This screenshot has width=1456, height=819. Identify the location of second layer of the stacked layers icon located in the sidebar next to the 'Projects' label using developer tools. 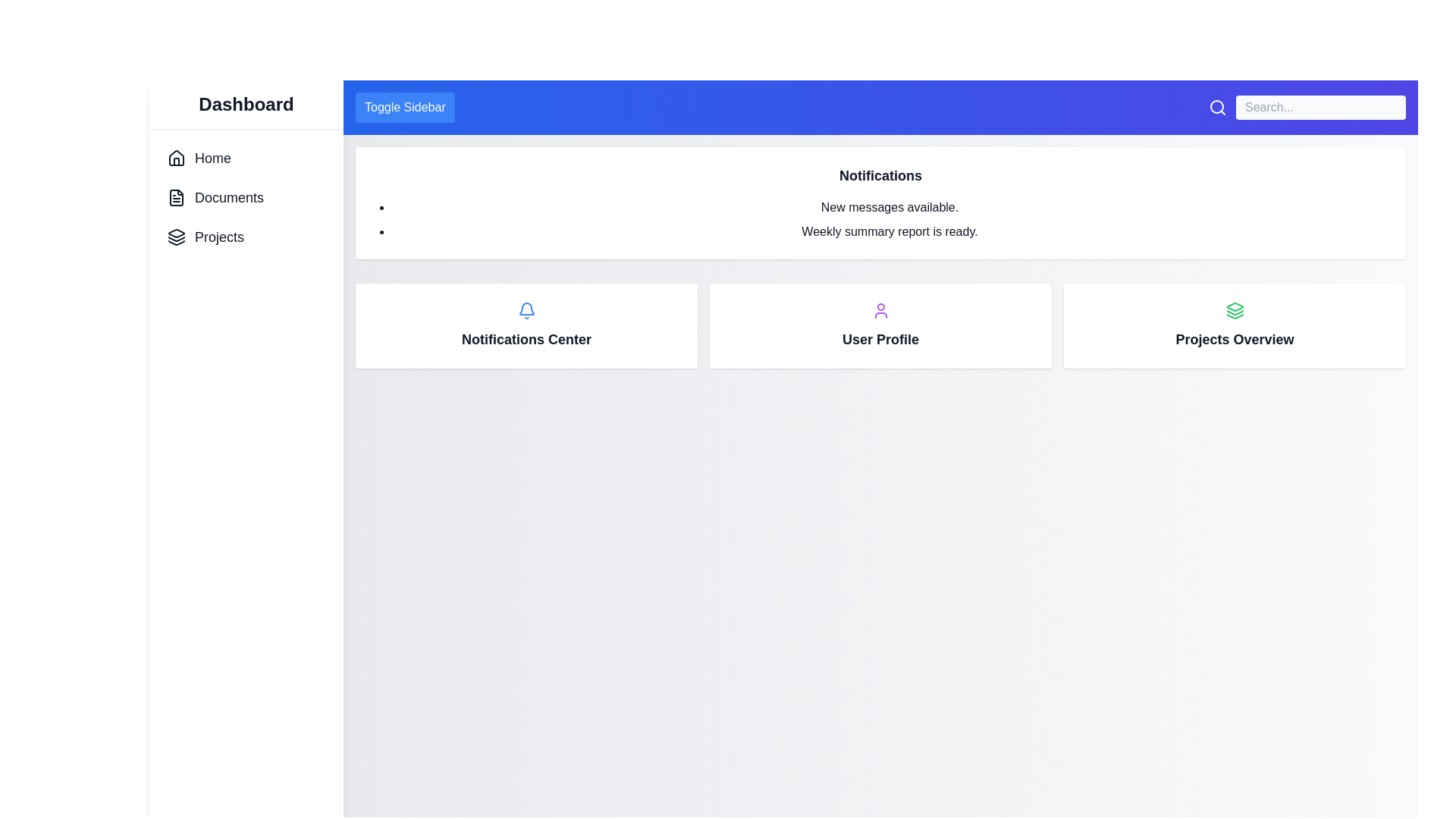
(177, 239).